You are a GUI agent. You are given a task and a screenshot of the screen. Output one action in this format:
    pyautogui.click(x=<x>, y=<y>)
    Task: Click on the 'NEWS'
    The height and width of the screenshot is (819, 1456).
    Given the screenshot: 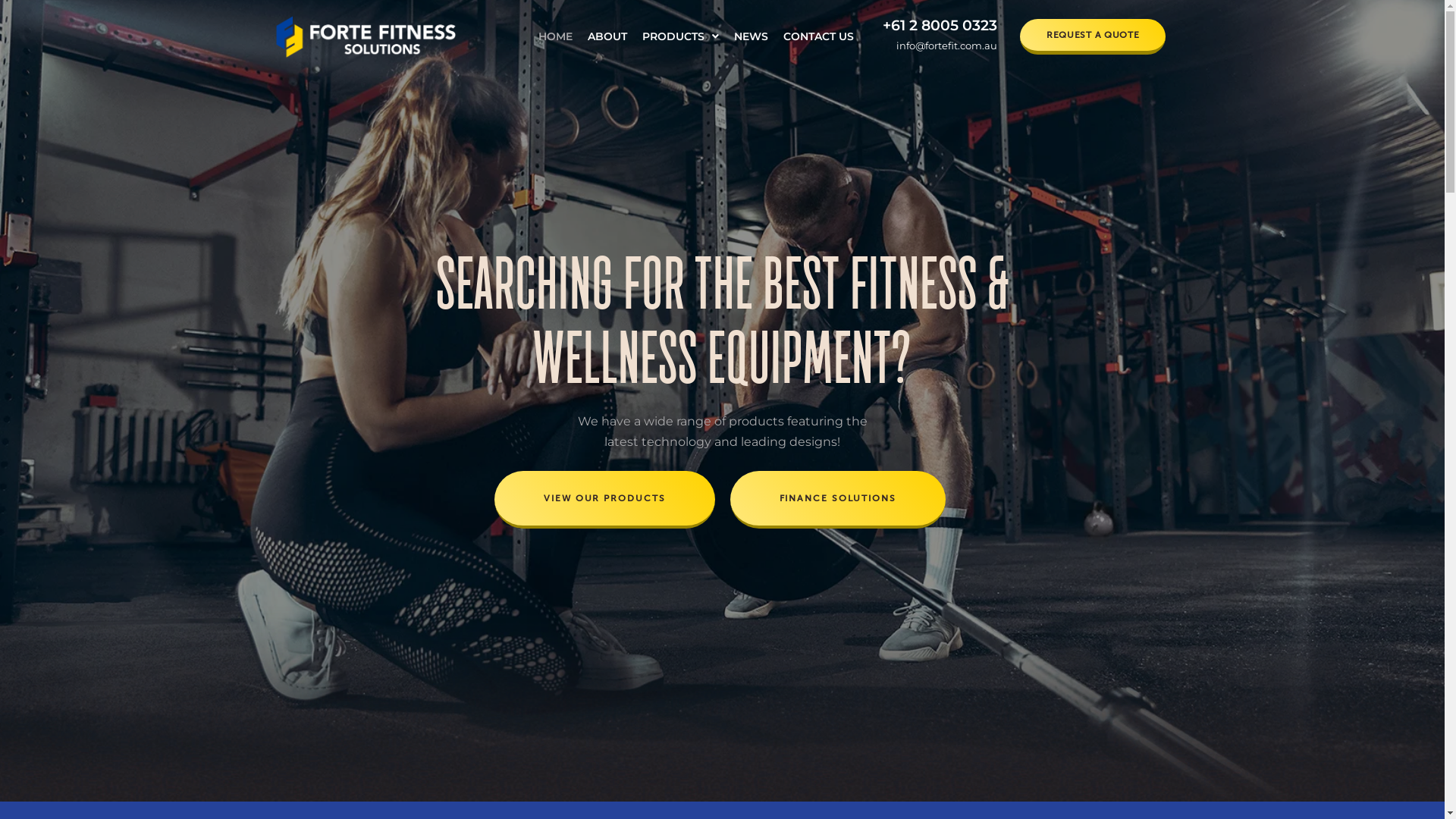 What is the action you would take?
    pyautogui.click(x=751, y=35)
    